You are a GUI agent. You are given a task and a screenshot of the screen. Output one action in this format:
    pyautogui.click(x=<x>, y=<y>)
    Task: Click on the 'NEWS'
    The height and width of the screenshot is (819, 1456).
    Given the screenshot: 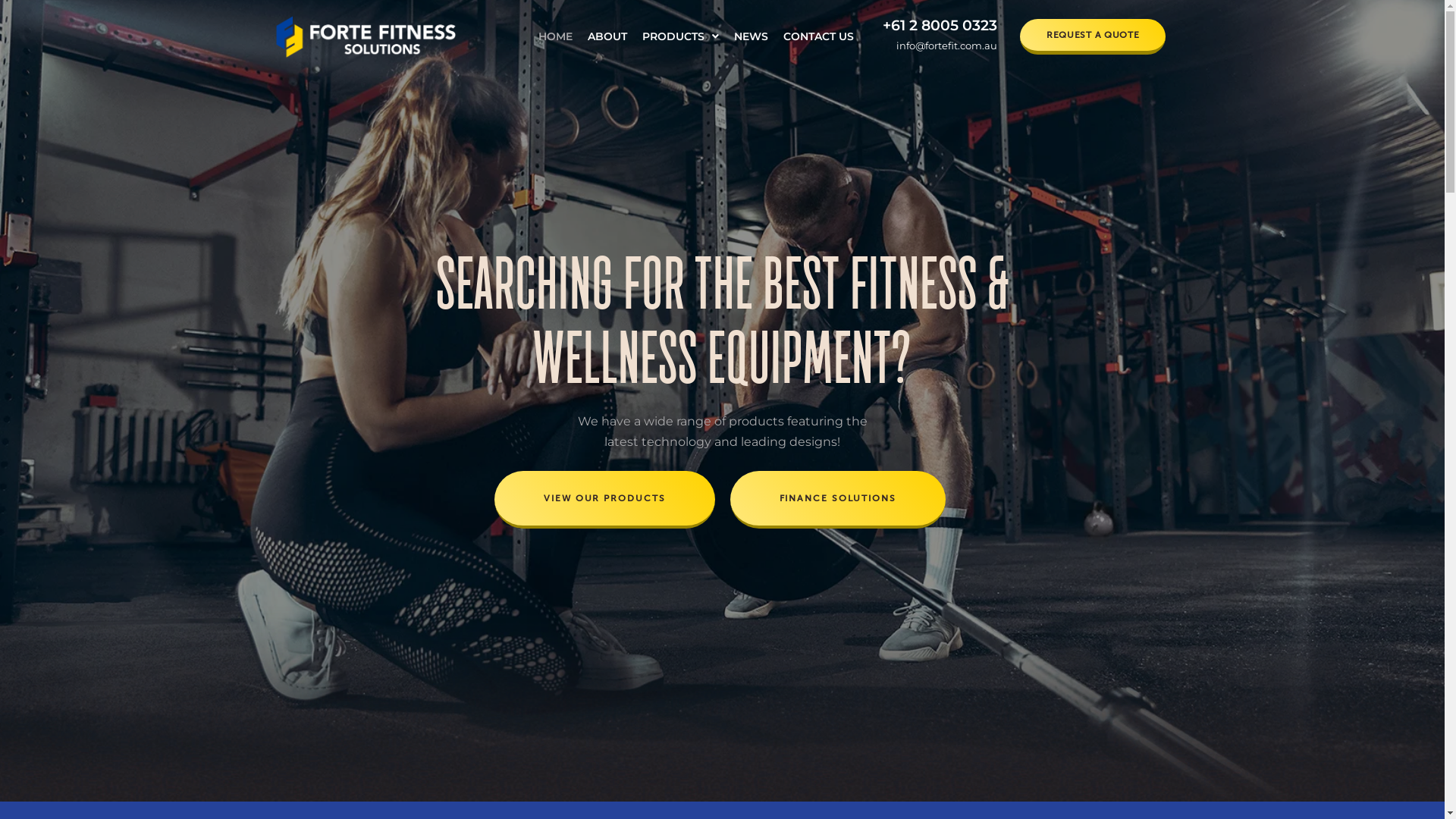 What is the action you would take?
    pyautogui.click(x=751, y=35)
    